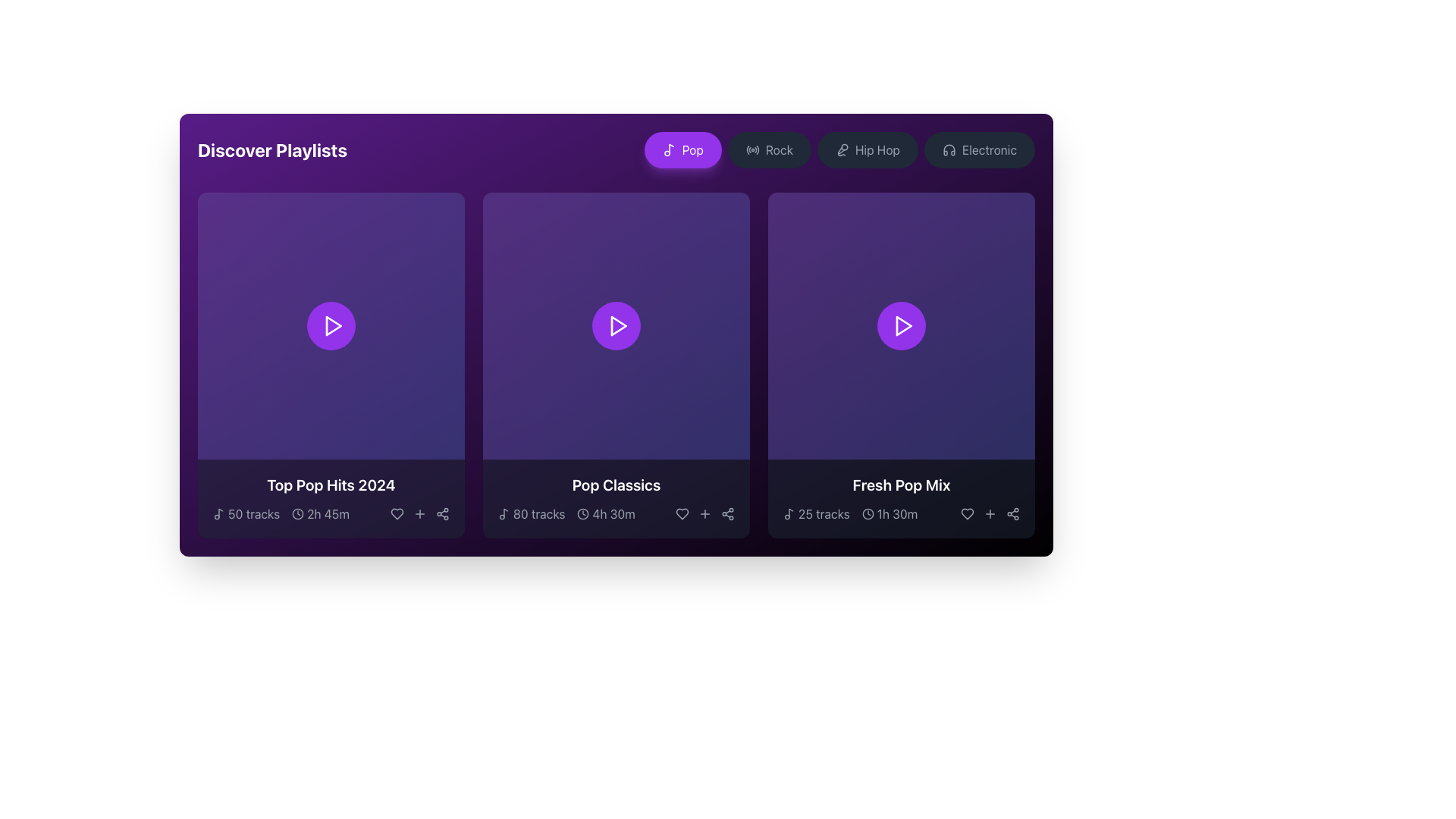  Describe the element at coordinates (319, 513) in the screenshot. I see `the clock icon next to the text '2h 45m', which indicates a time duration in the 'Top Pop Hits 2024' playlist grouping` at that location.